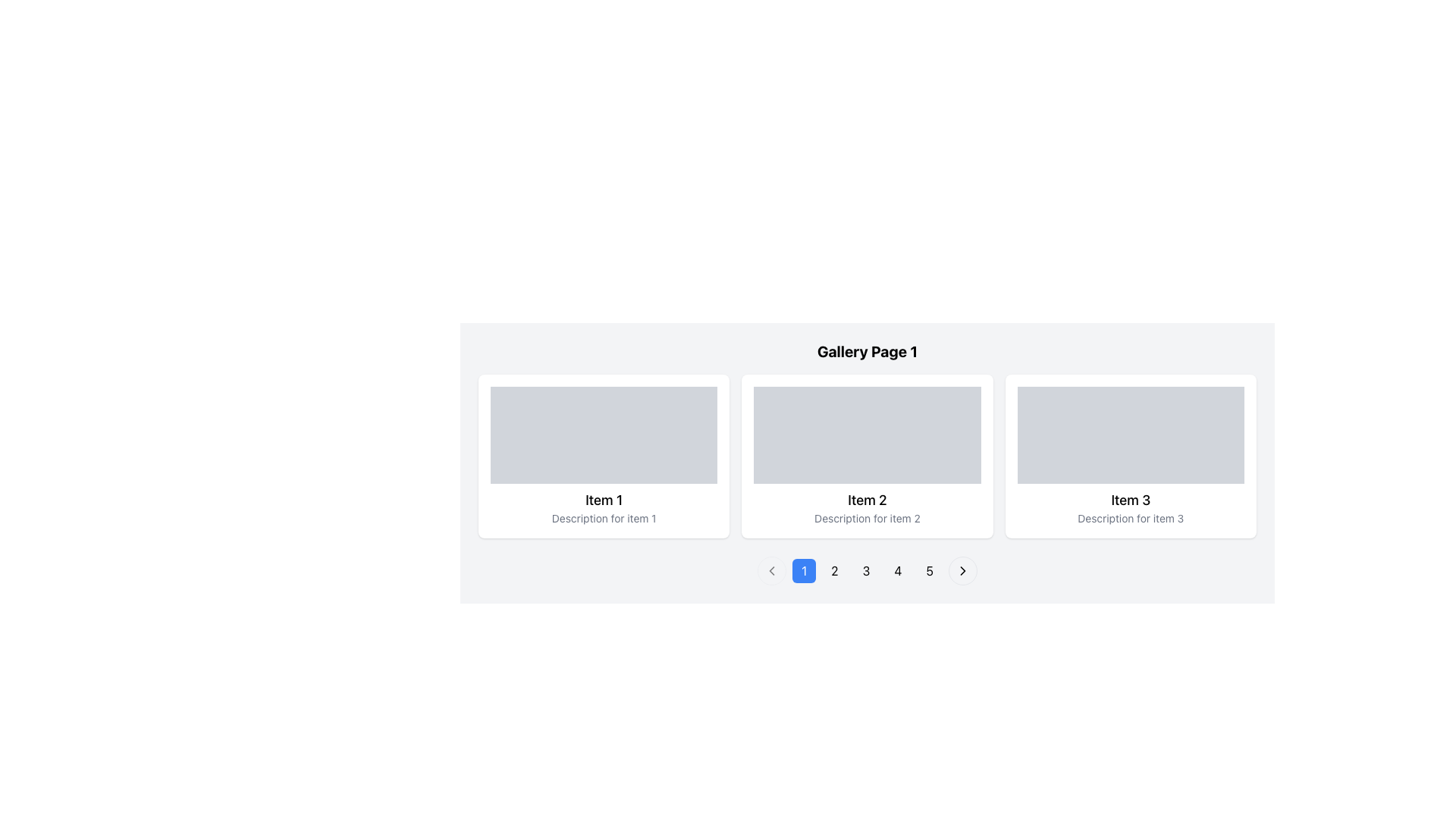 The width and height of the screenshot is (1456, 819). Describe the element at coordinates (833, 570) in the screenshot. I see `the pagination button displaying the number '2'` at that location.